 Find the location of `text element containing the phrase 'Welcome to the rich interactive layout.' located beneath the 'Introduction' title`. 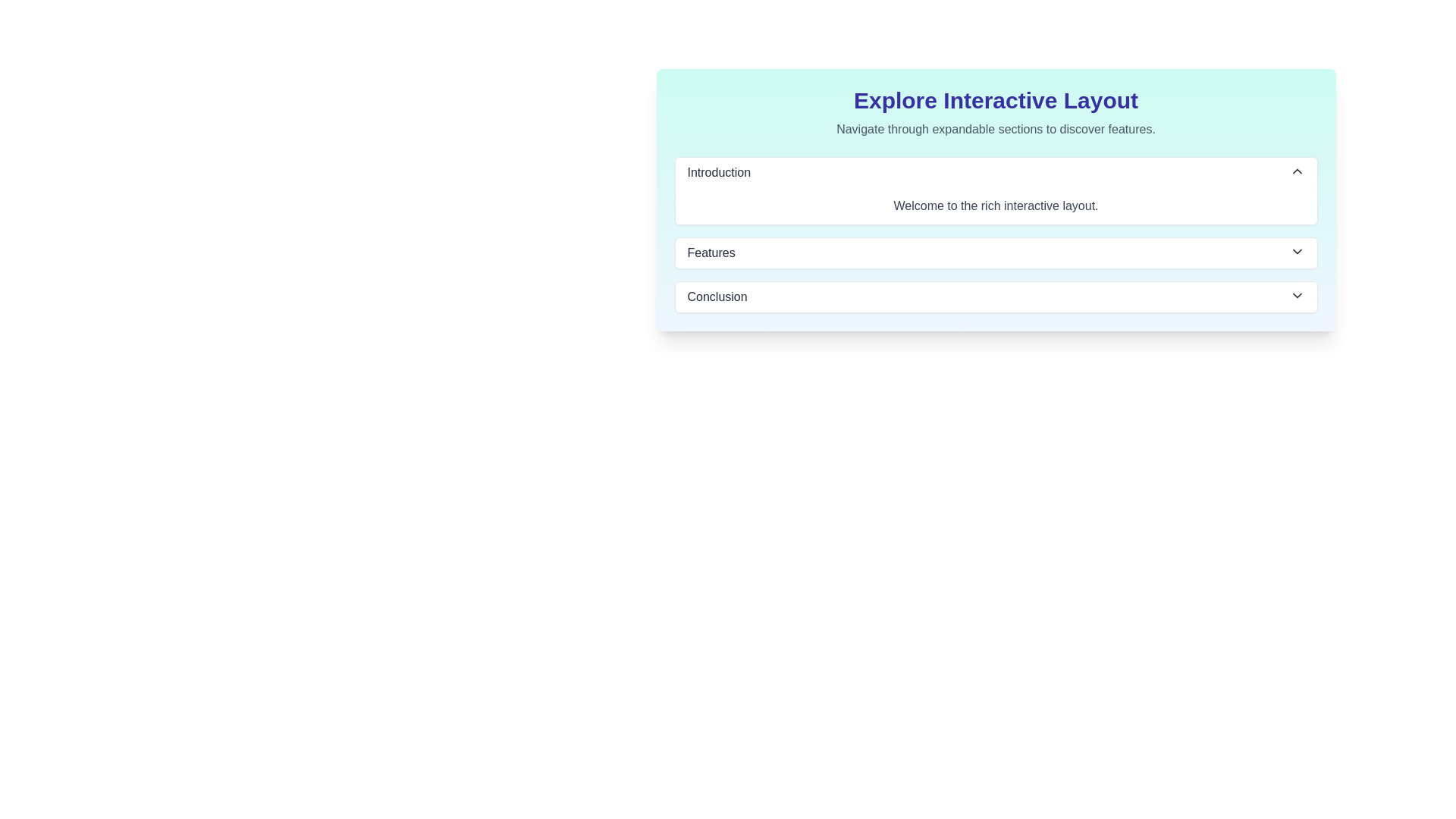

text element containing the phrase 'Welcome to the rich interactive layout.' located beneath the 'Introduction' title is located at coordinates (996, 206).